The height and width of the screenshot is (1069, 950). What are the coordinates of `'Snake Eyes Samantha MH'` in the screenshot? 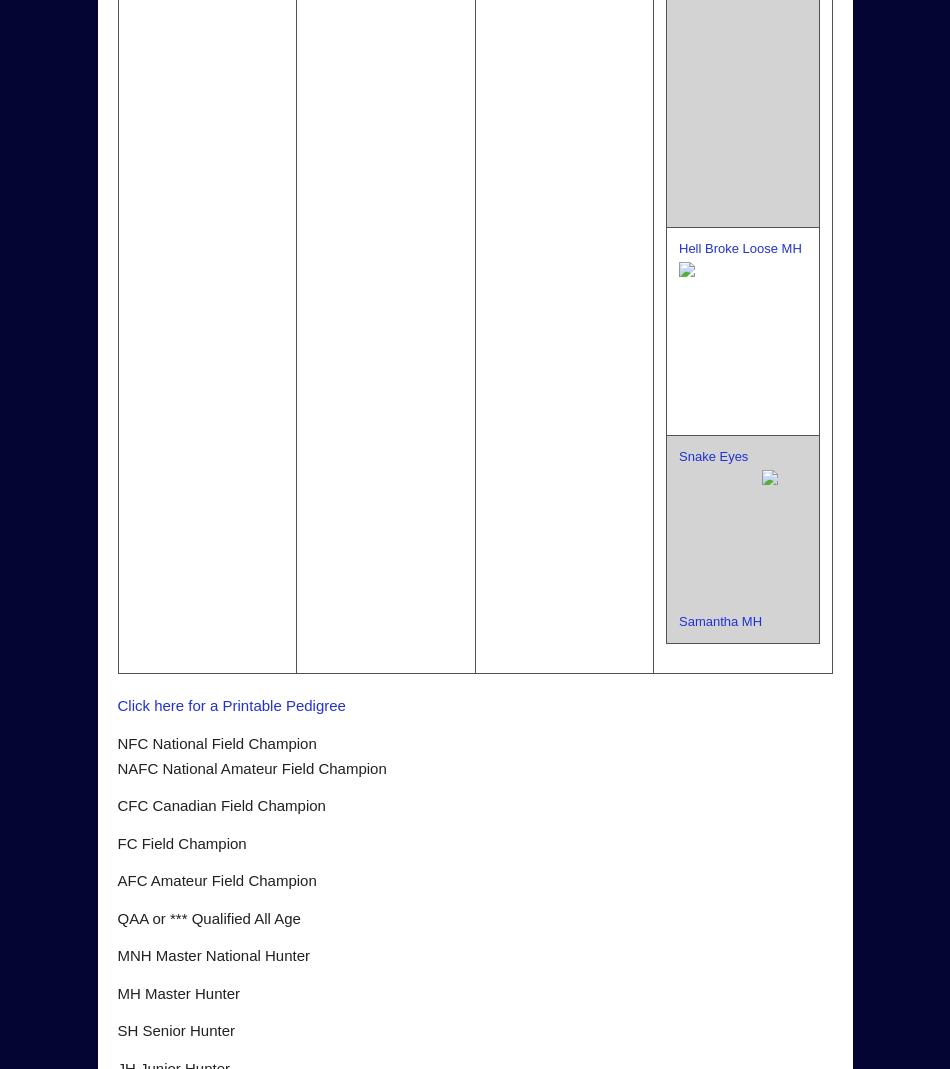 It's located at (719, 538).